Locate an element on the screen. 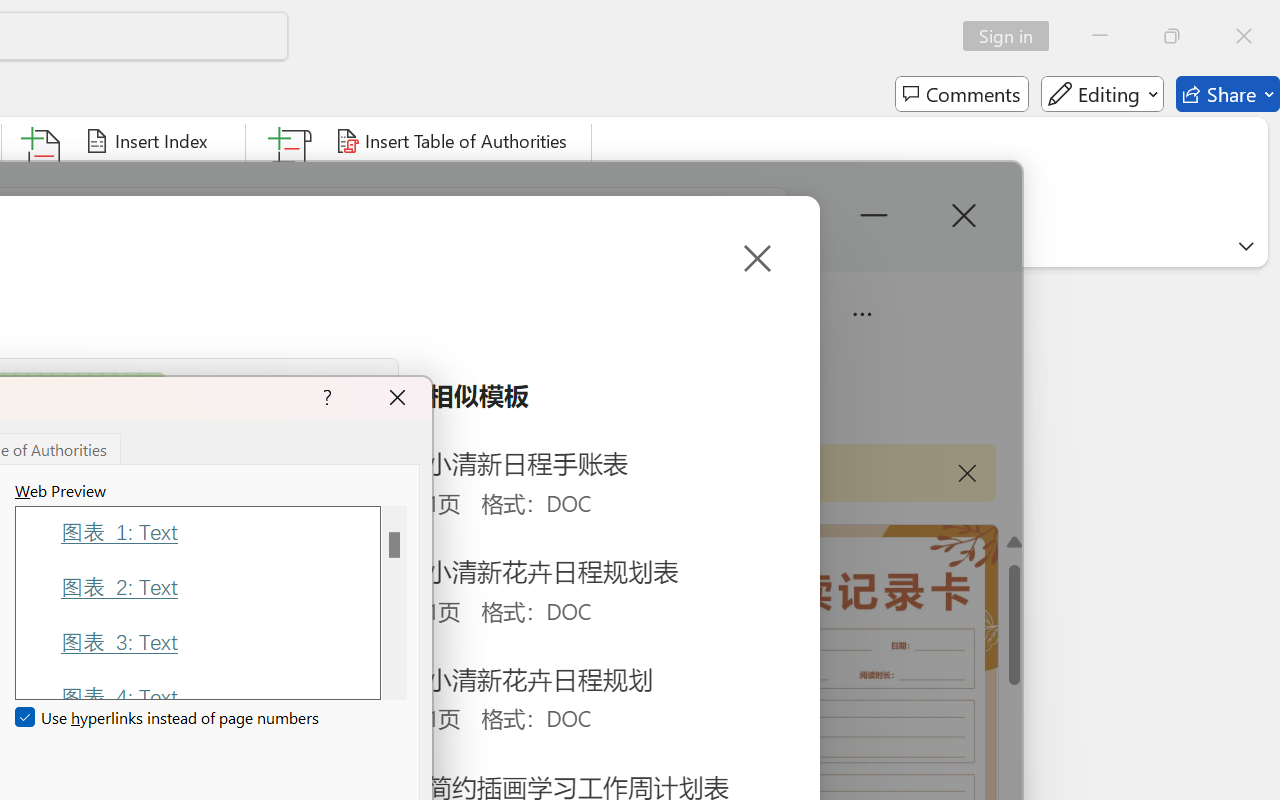 The width and height of the screenshot is (1280, 800). 'Mark Citation...' is located at coordinates (291, 179).